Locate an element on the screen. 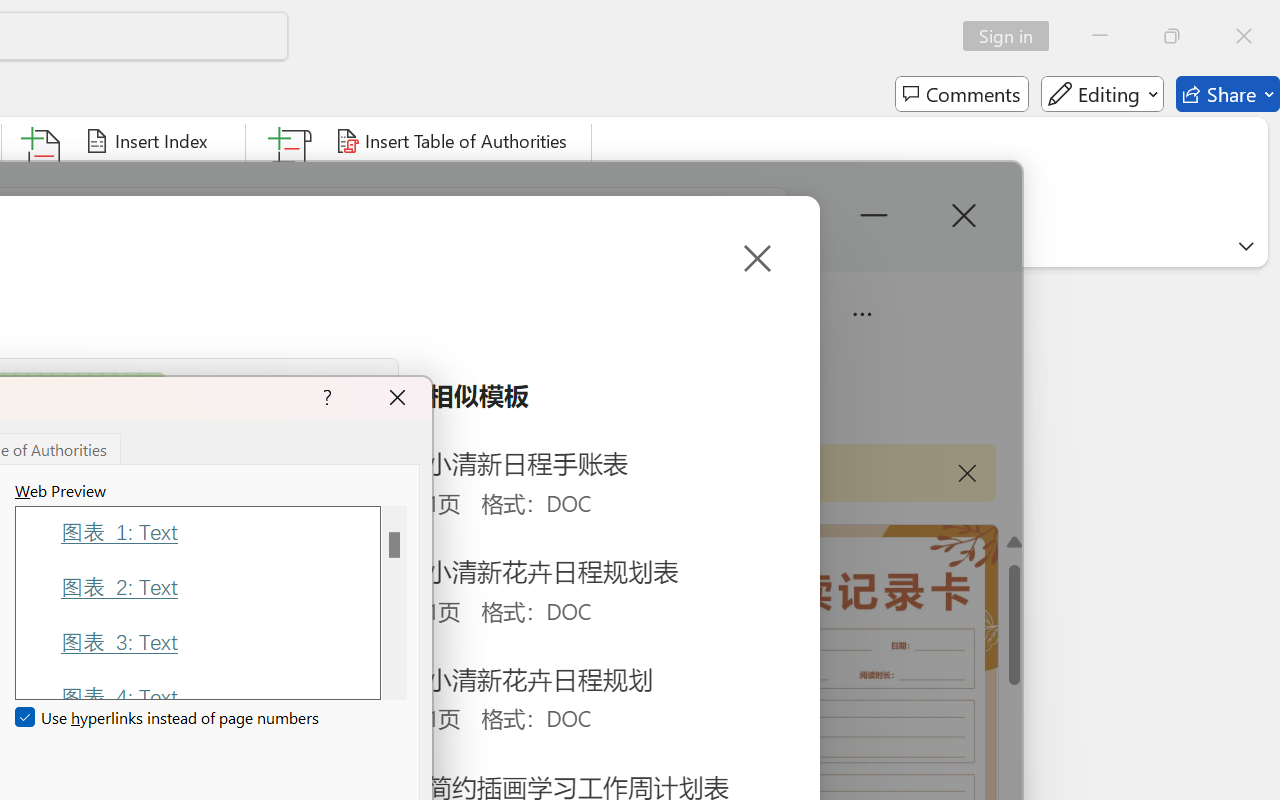 The width and height of the screenshot is (1280, 800). 'Mark Citation...' is located at coordinates (291, 179).